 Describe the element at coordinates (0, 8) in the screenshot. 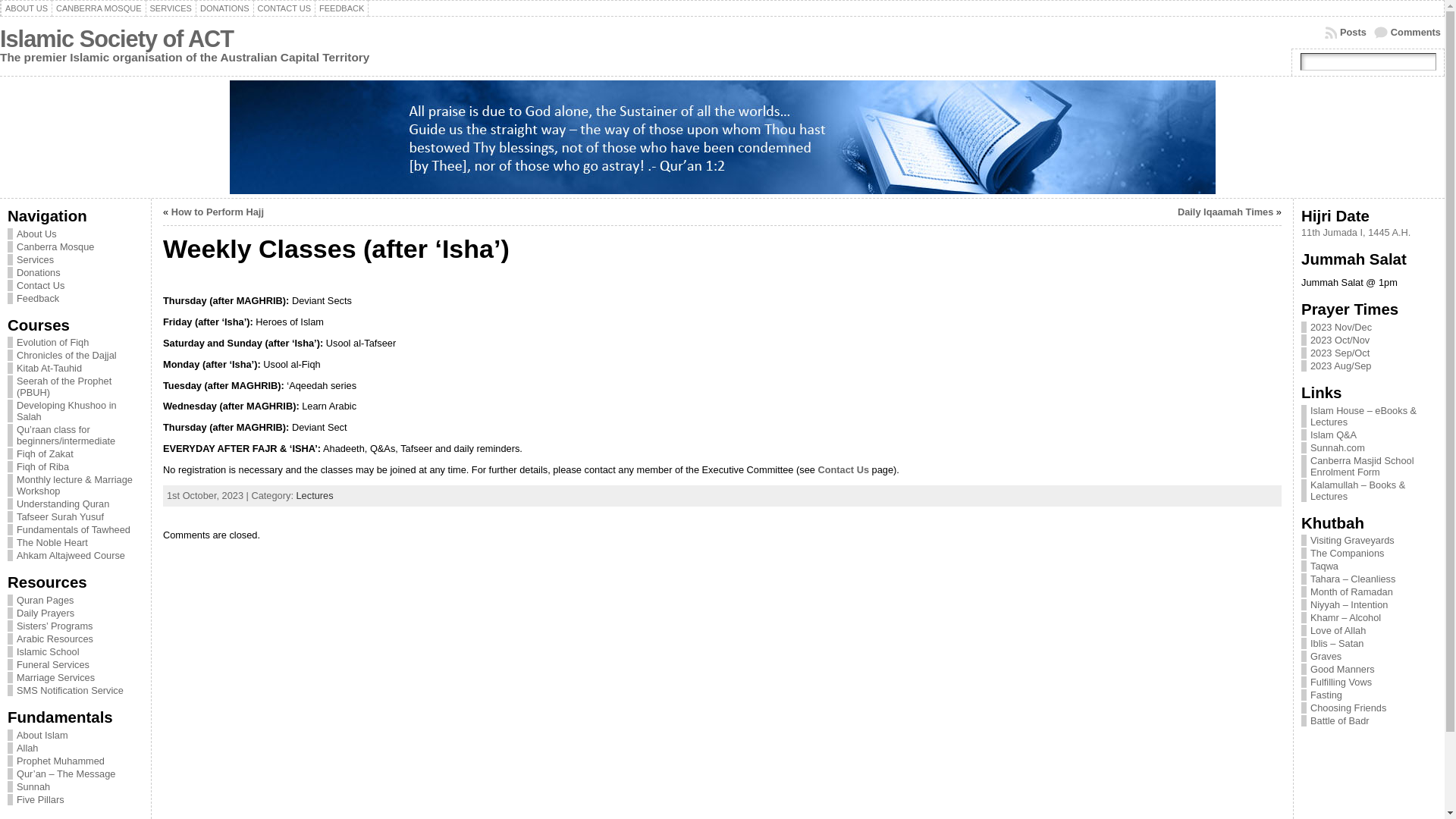

I see `'ABOUT US'` at that location.